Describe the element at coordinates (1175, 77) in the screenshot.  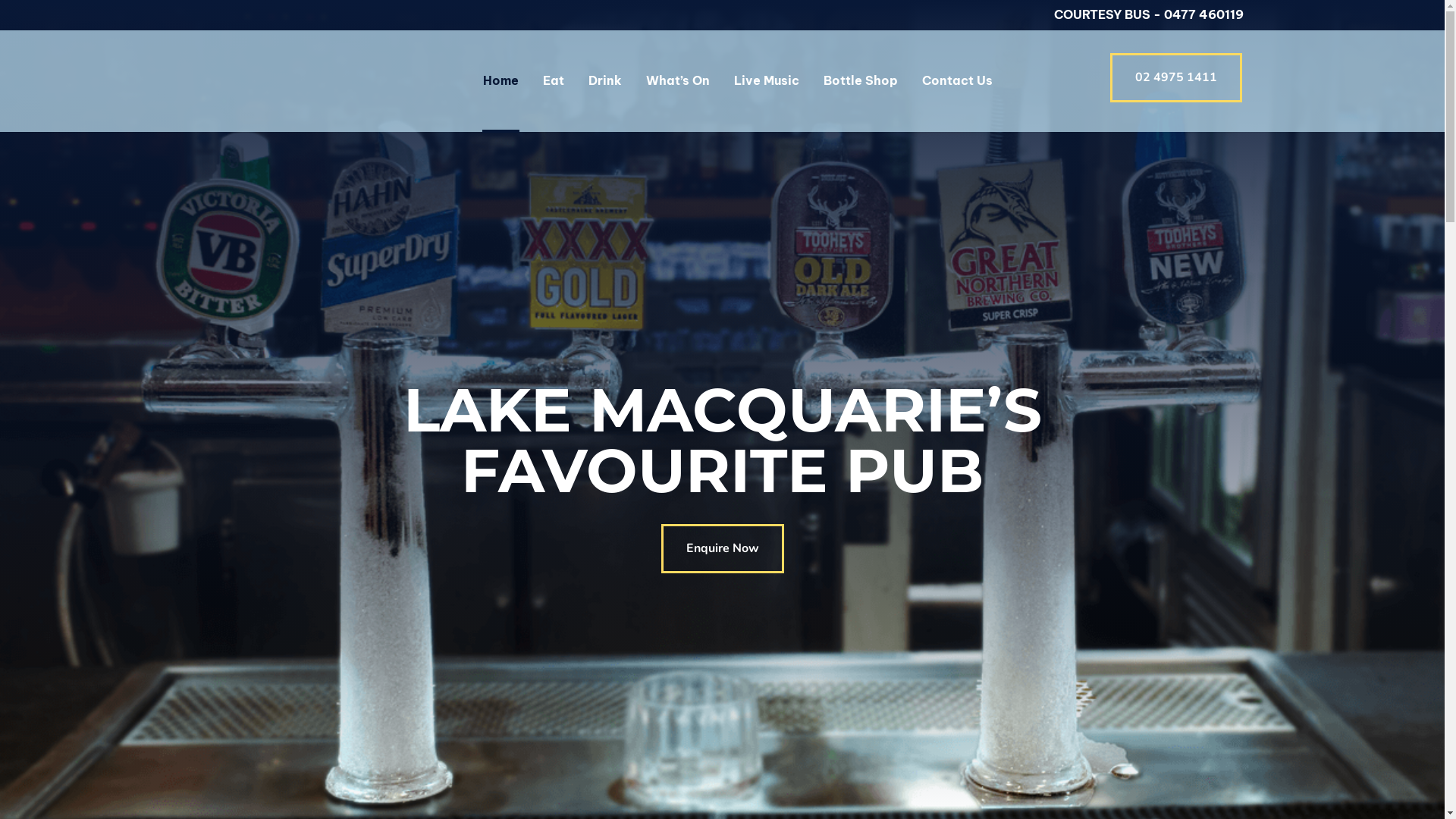
I see `'02 4975 1411'` at that location.